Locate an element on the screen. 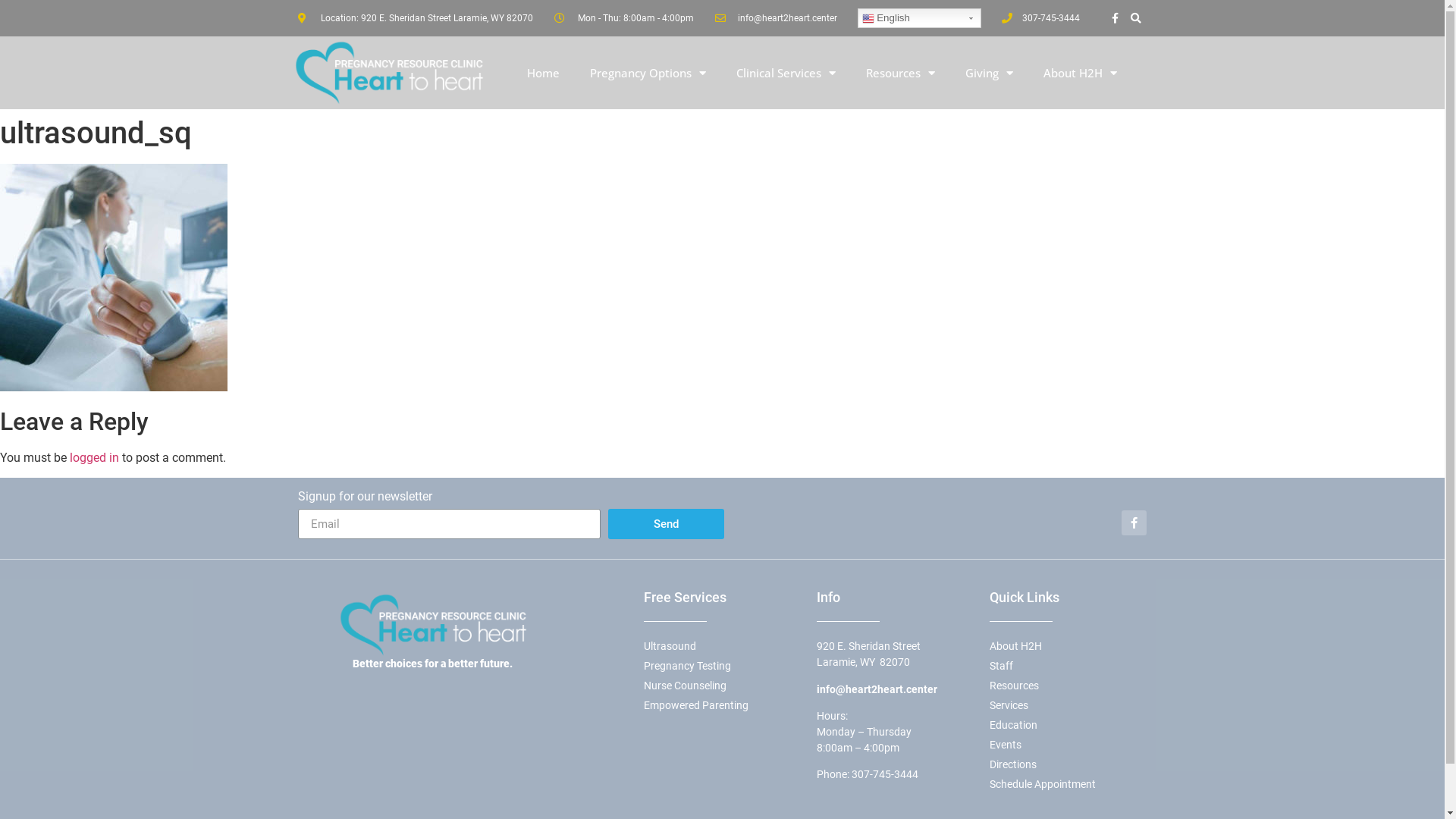 This screenshot has height=819, width=1456. 'info@heart2heart.center' is located at coordinates (775, 17).